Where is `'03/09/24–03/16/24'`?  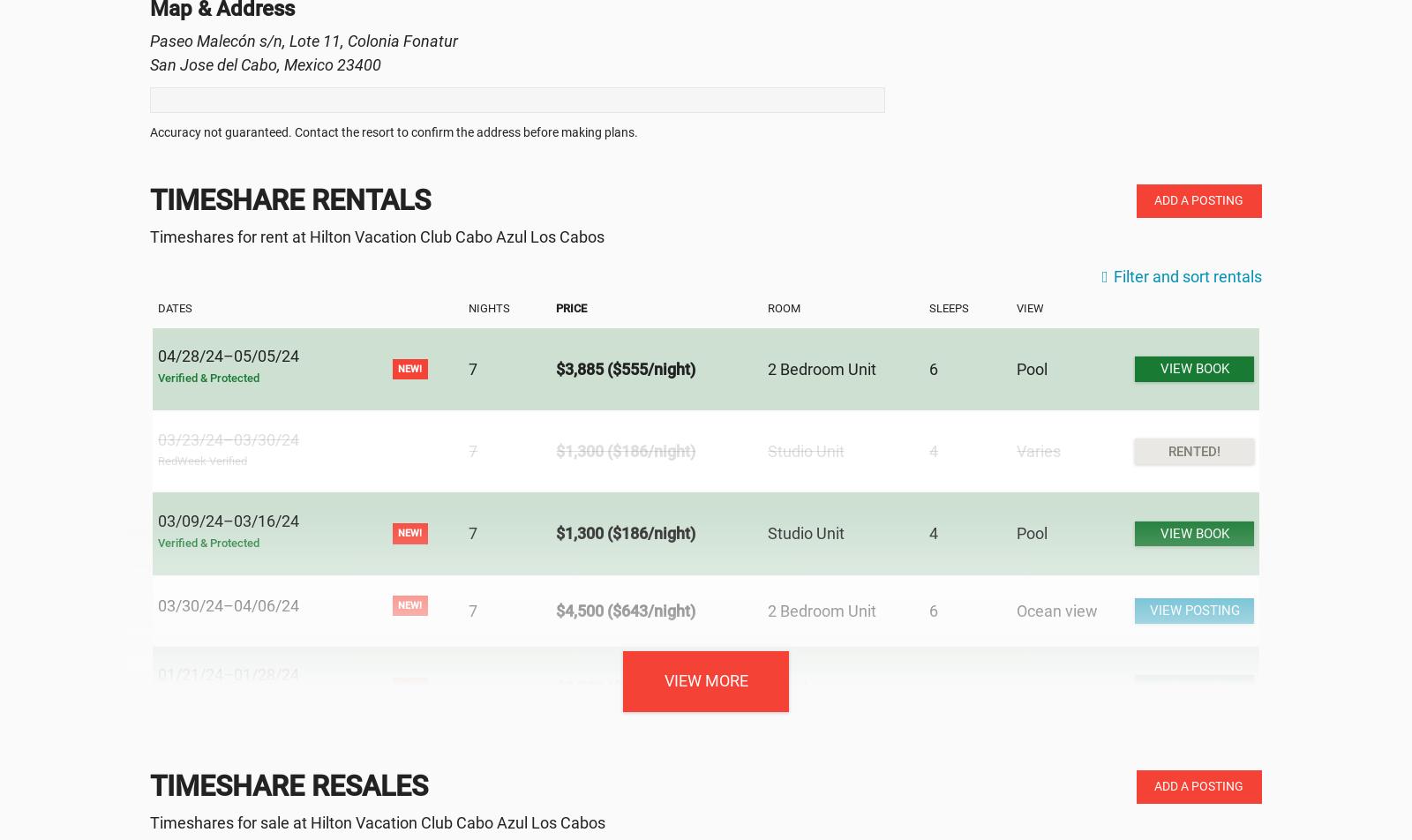
'03/09/24–03/16/24' is located at coordinates (228, 520).